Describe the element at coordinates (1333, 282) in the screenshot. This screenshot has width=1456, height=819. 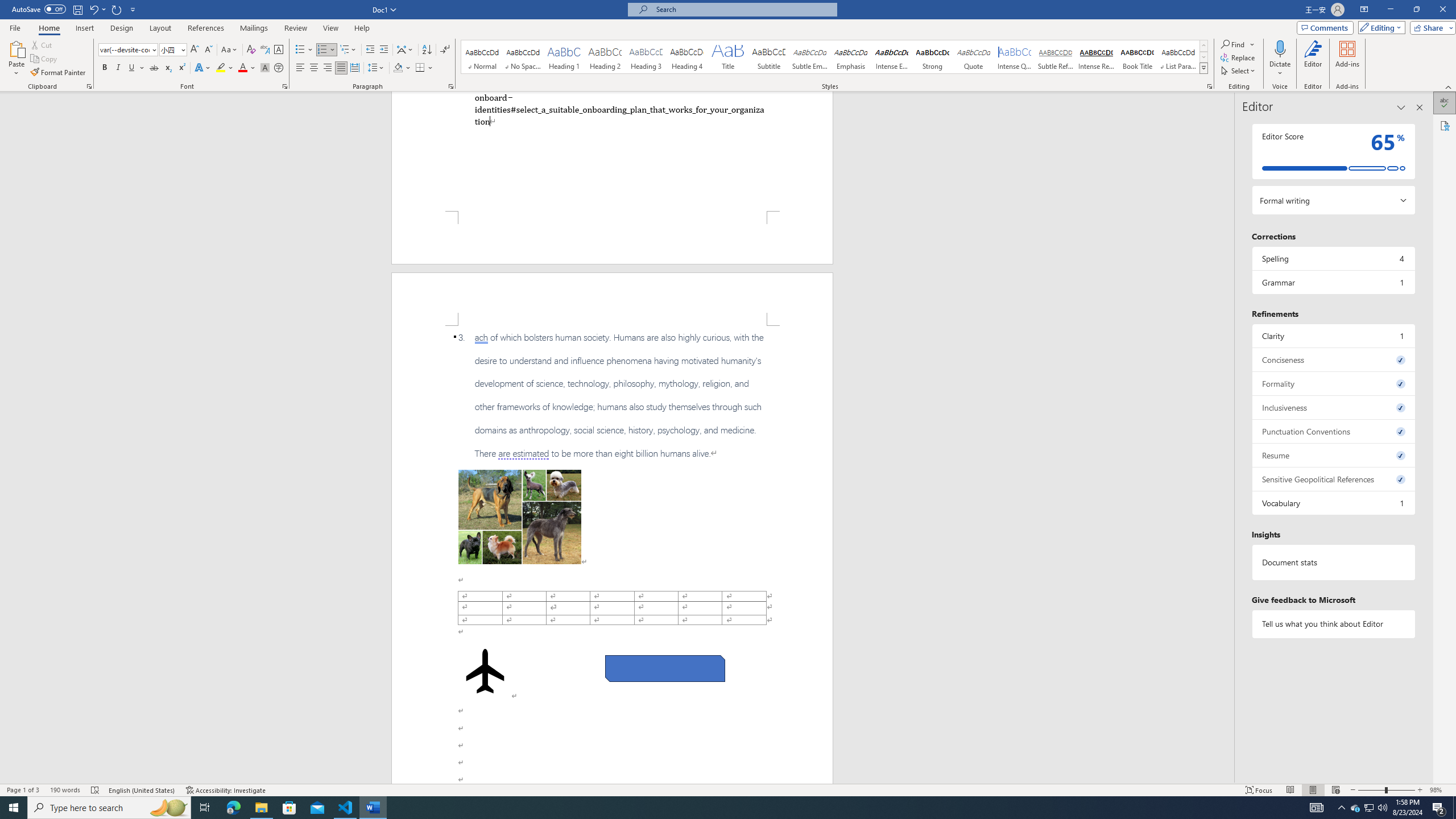
I see `'Grammar, 1 issue. Press space or enter to review items.'` at that location.